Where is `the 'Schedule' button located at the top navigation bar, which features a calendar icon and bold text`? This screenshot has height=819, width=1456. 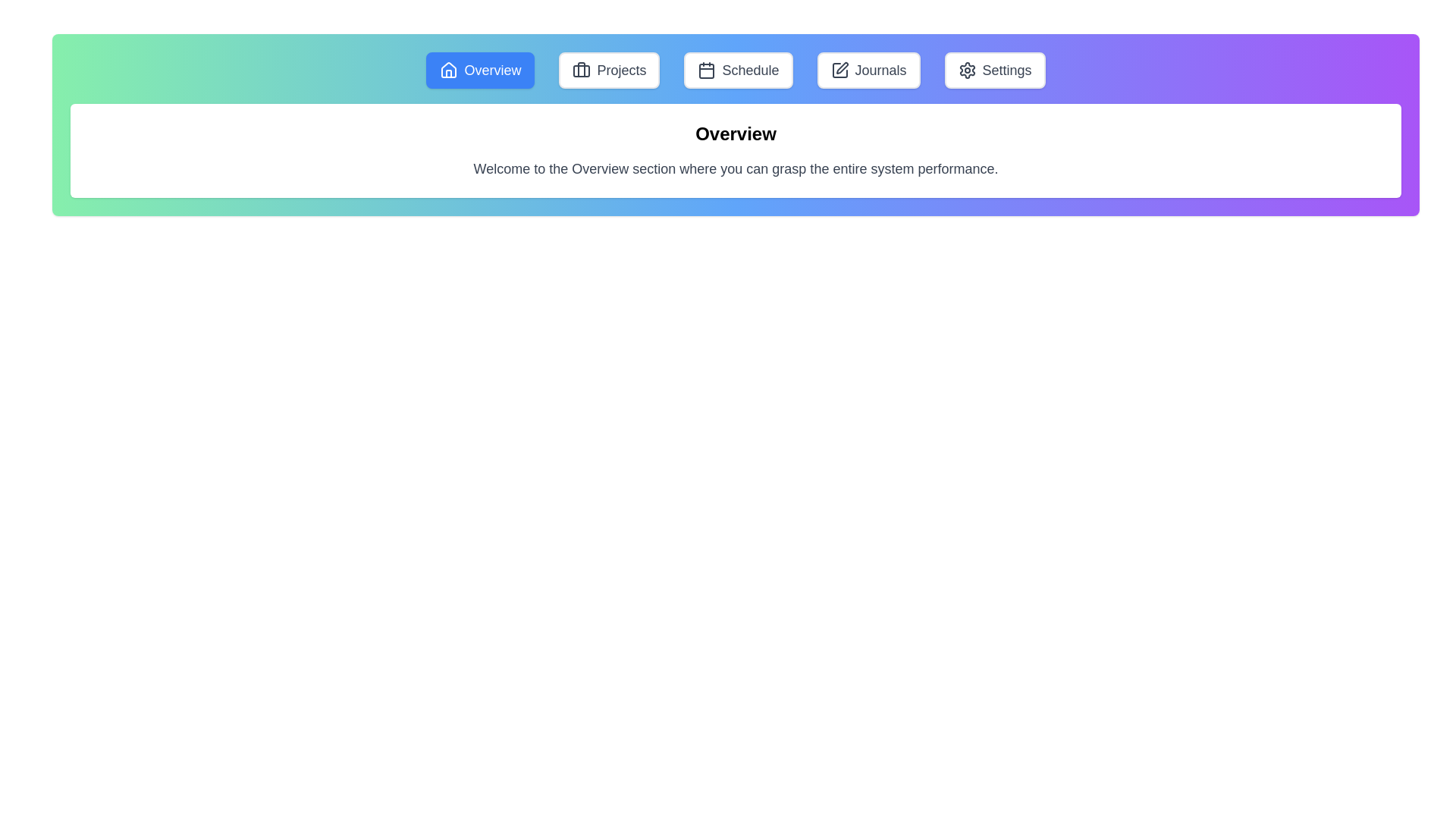
the 'Schedule' button located at the top navigation bar, which features a calendar icon and bold text is located at coordinates (739, 70).